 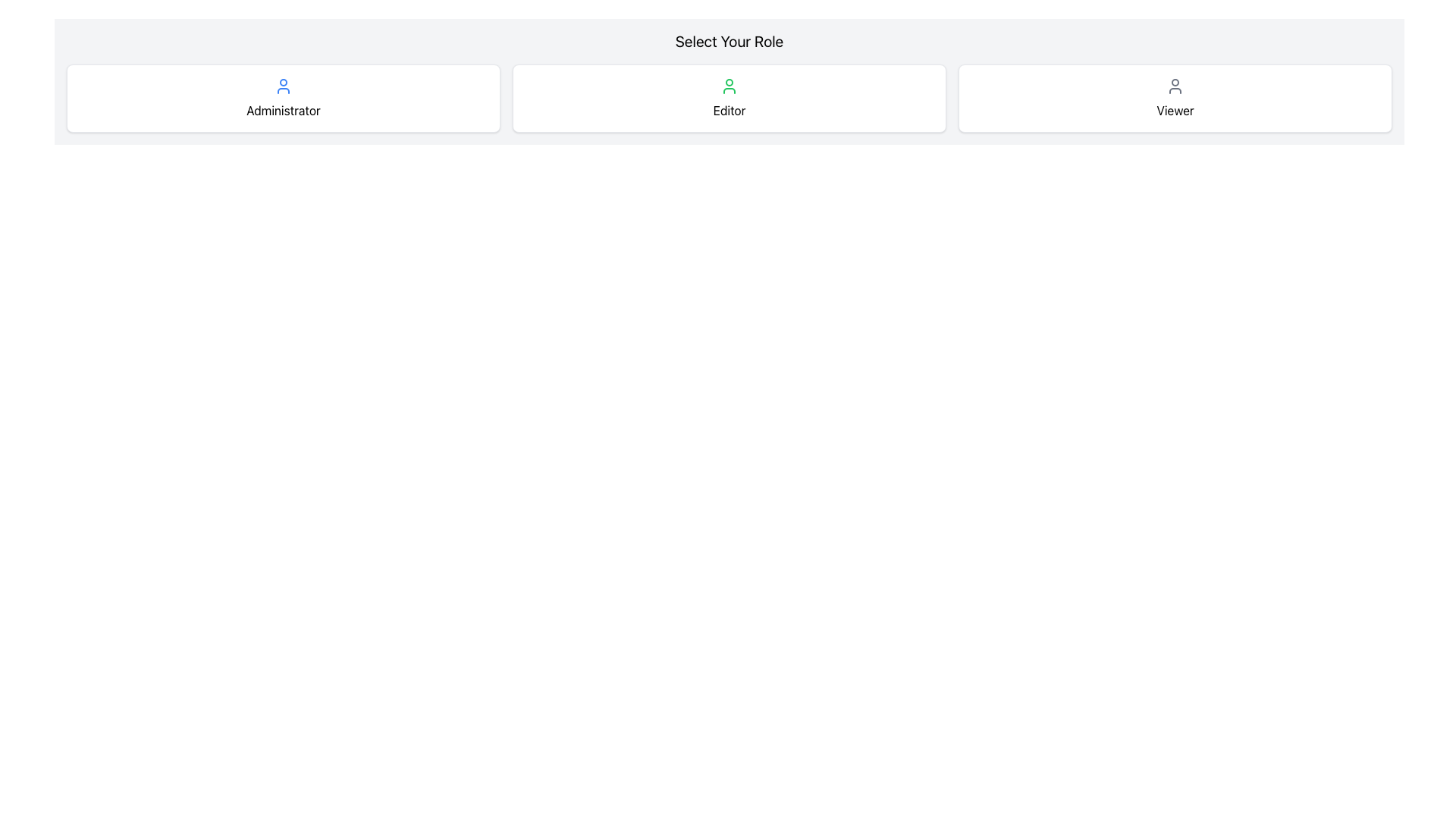 I want to click on the 'Viewer' text label, so click(x=1175, y=110).